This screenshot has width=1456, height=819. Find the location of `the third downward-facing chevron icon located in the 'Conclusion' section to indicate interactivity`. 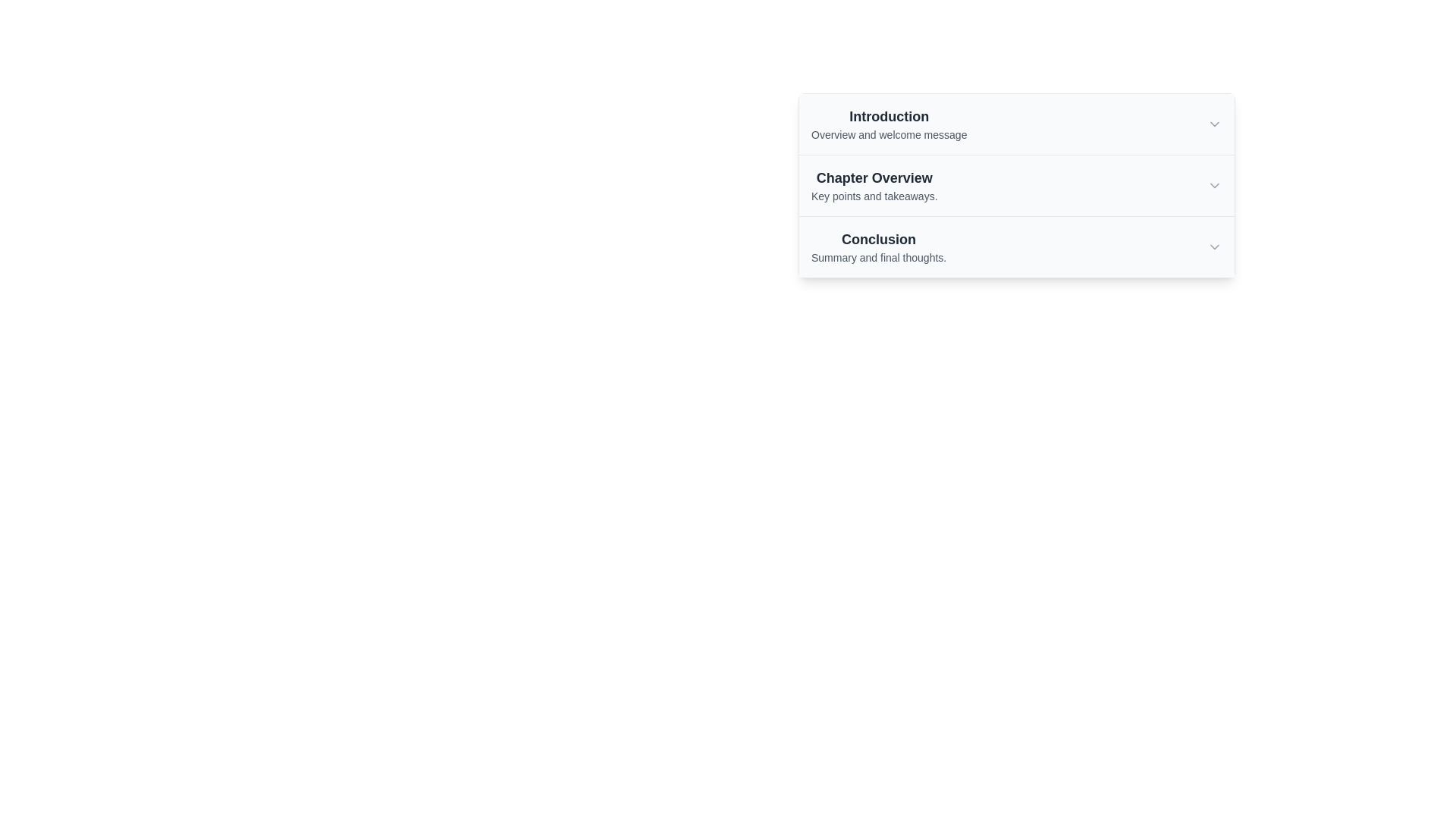

the third downward-facing chevron icon located in the 'Conclusion' section to indicate interactivity is located at coordinates (1215, 246).